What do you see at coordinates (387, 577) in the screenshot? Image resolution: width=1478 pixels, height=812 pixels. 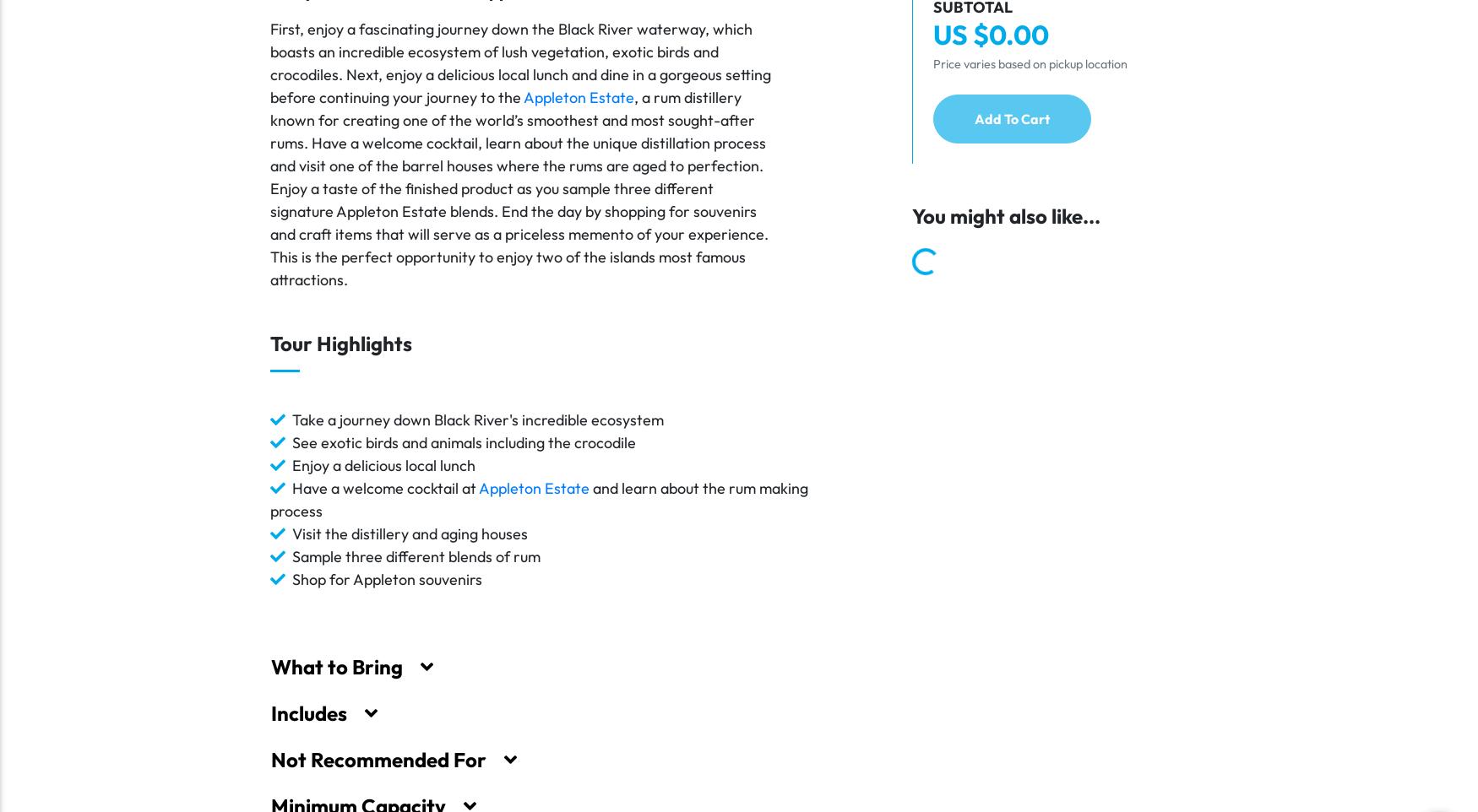 I see `'Shop for Appleton souvenirs'` at bounding box center [387, 577].